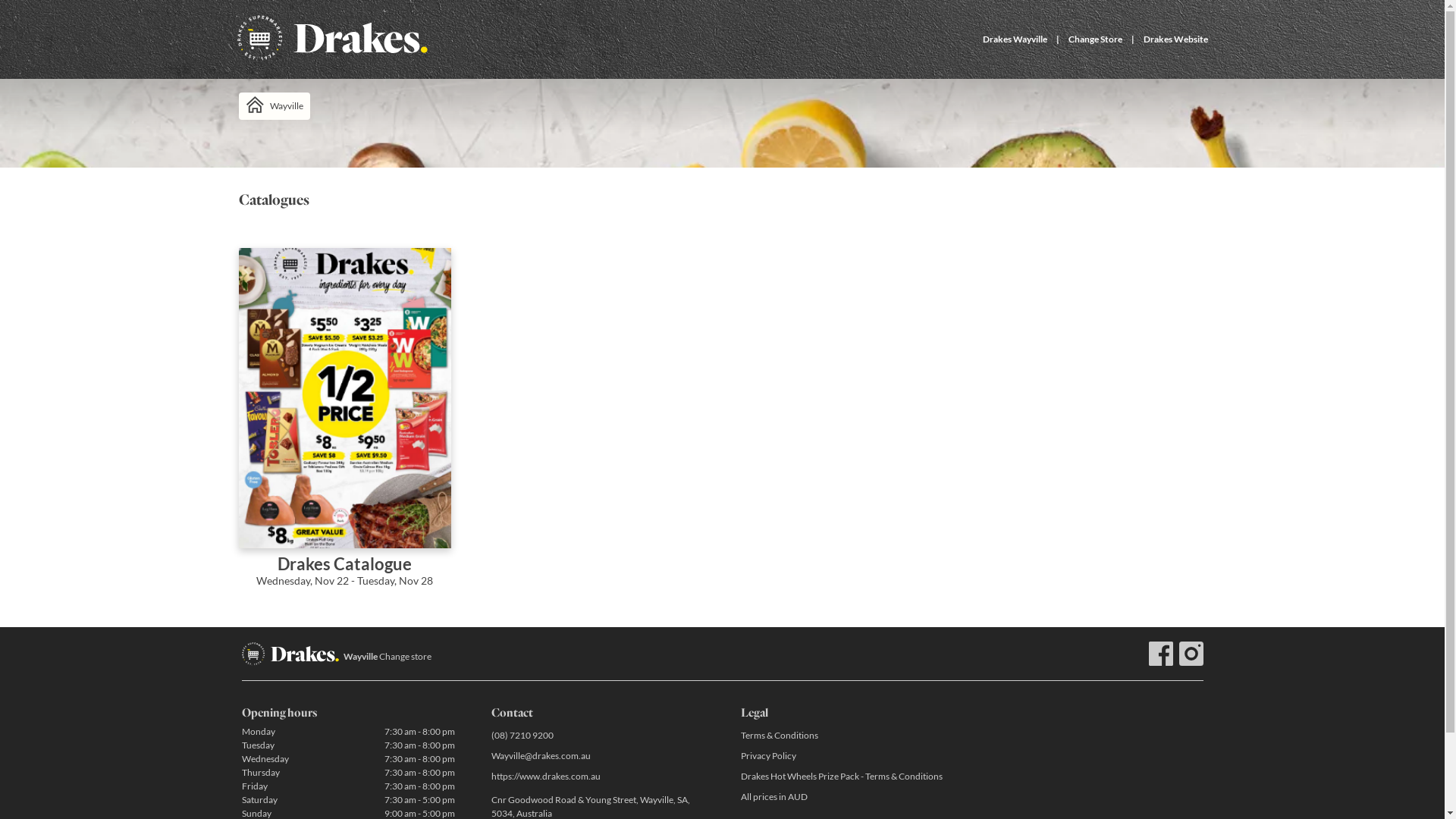 The image size is (1456, 819). What do you see at coordinates (1159, 652) in the screenshot?
I see `'Facebook'` at bounding box center [1159, 652].